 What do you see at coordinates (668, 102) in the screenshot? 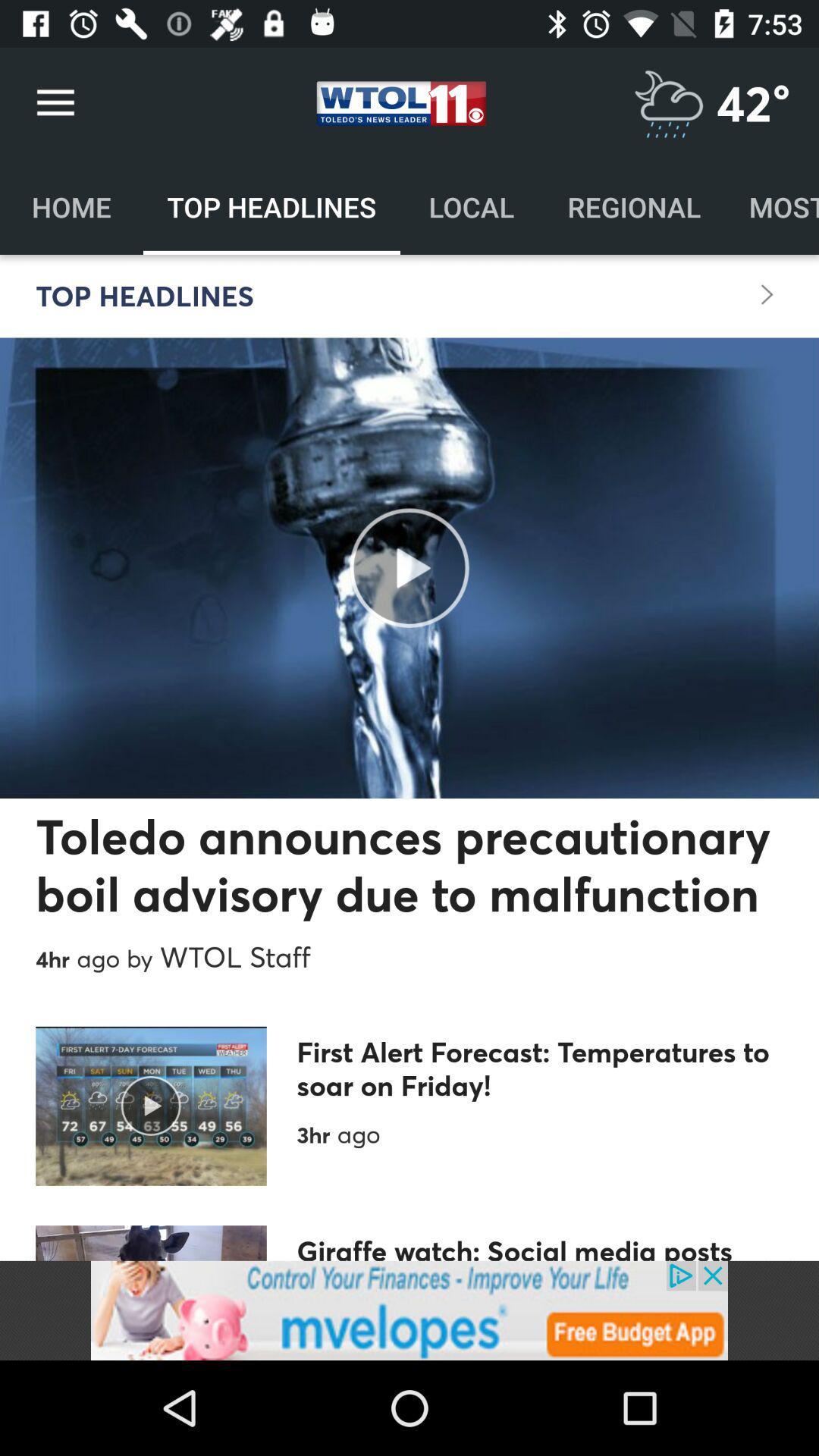
I see `open weather` at bounding box center [668, 102].